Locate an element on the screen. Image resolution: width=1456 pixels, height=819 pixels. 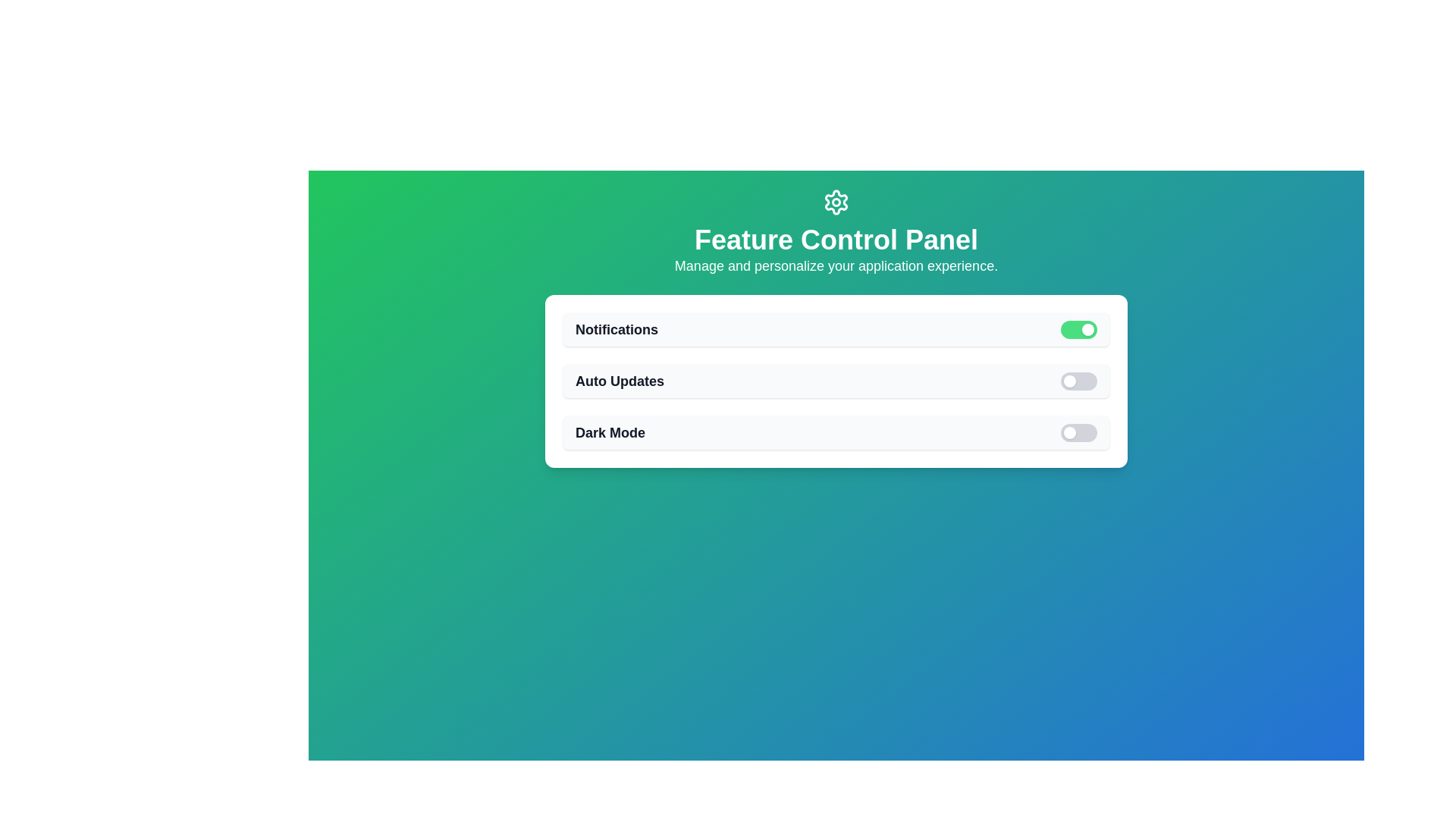
the text label that describes the dark mode feature, which is the third item in a vertical list of features in the control panel interface is located at coordinates (610, 432).